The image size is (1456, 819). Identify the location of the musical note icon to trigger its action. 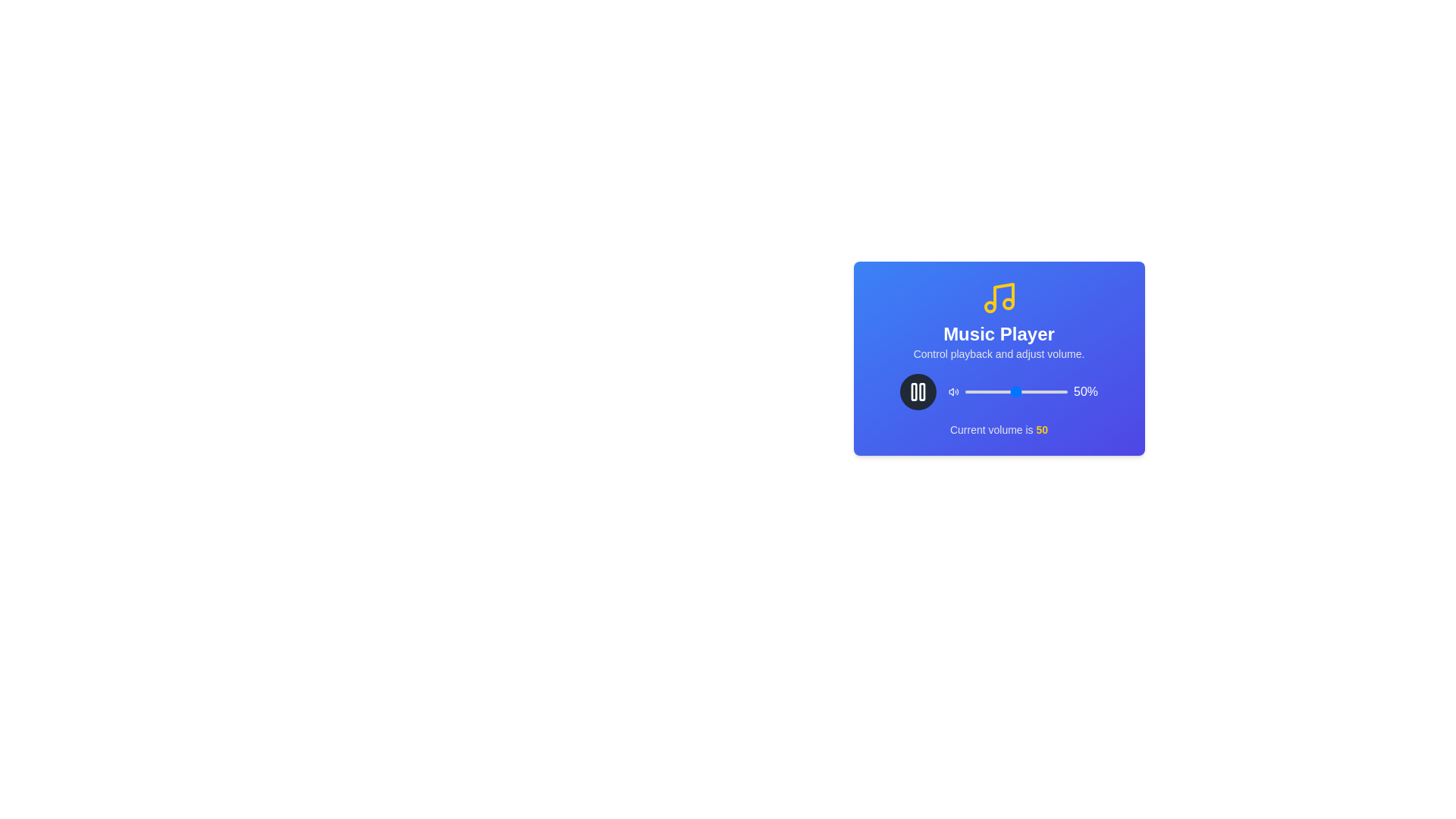
(999, 298).